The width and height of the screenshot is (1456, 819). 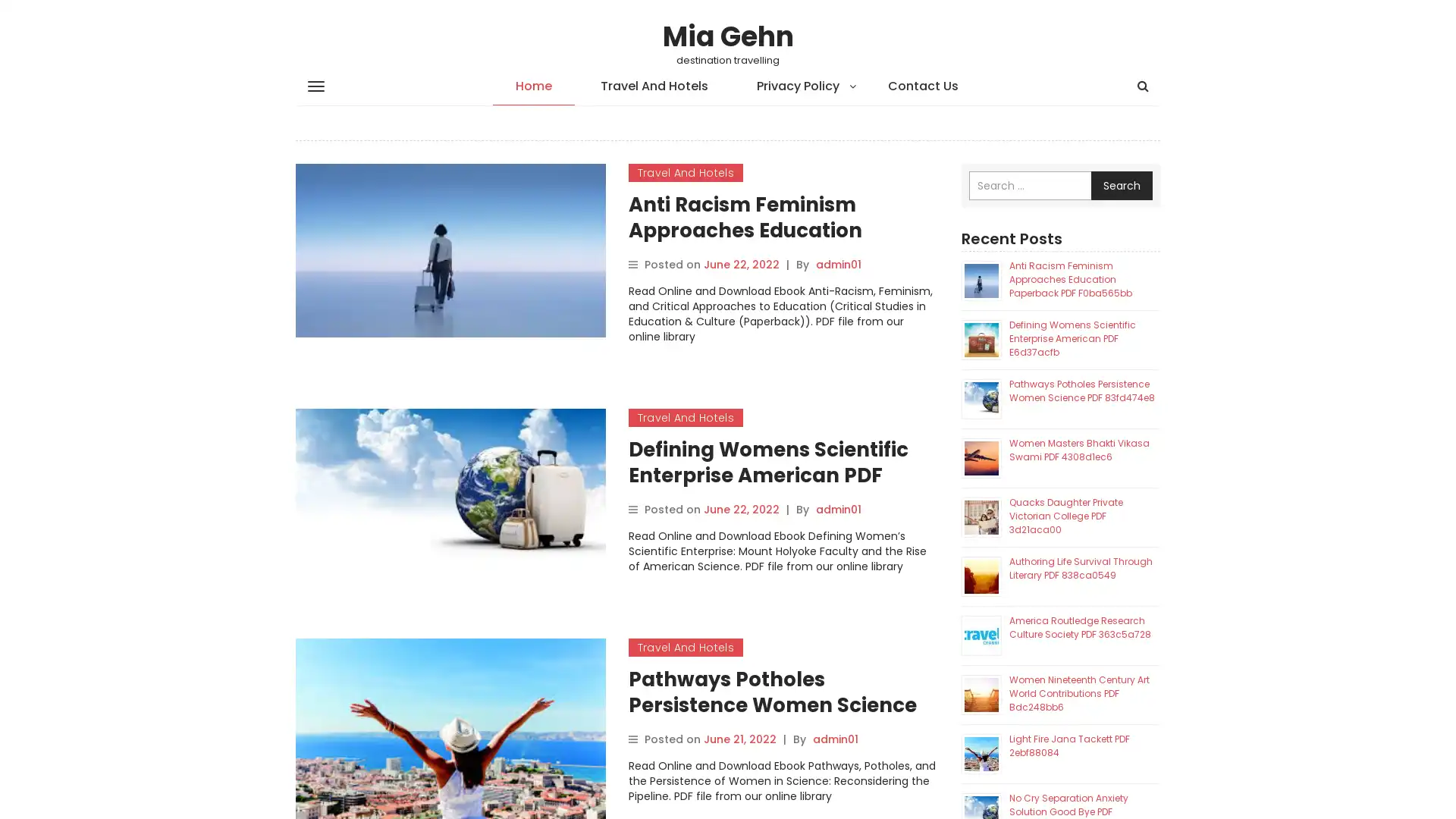 I want to click on Search, so click(x=1122, y=185).